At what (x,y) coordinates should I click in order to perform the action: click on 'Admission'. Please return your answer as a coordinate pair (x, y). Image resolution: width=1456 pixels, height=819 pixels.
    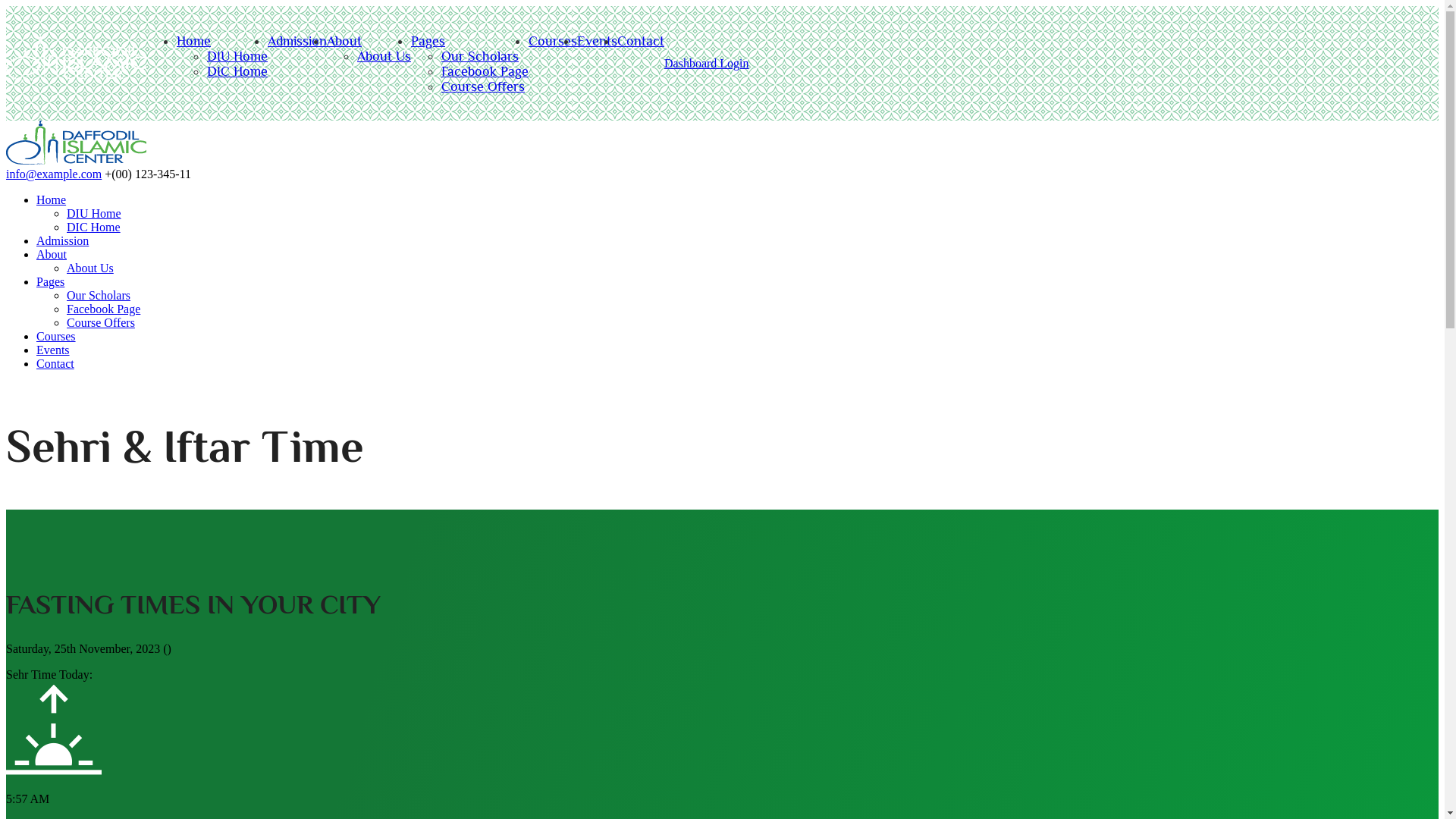
    Looking at the image, I should click on (297, 40).